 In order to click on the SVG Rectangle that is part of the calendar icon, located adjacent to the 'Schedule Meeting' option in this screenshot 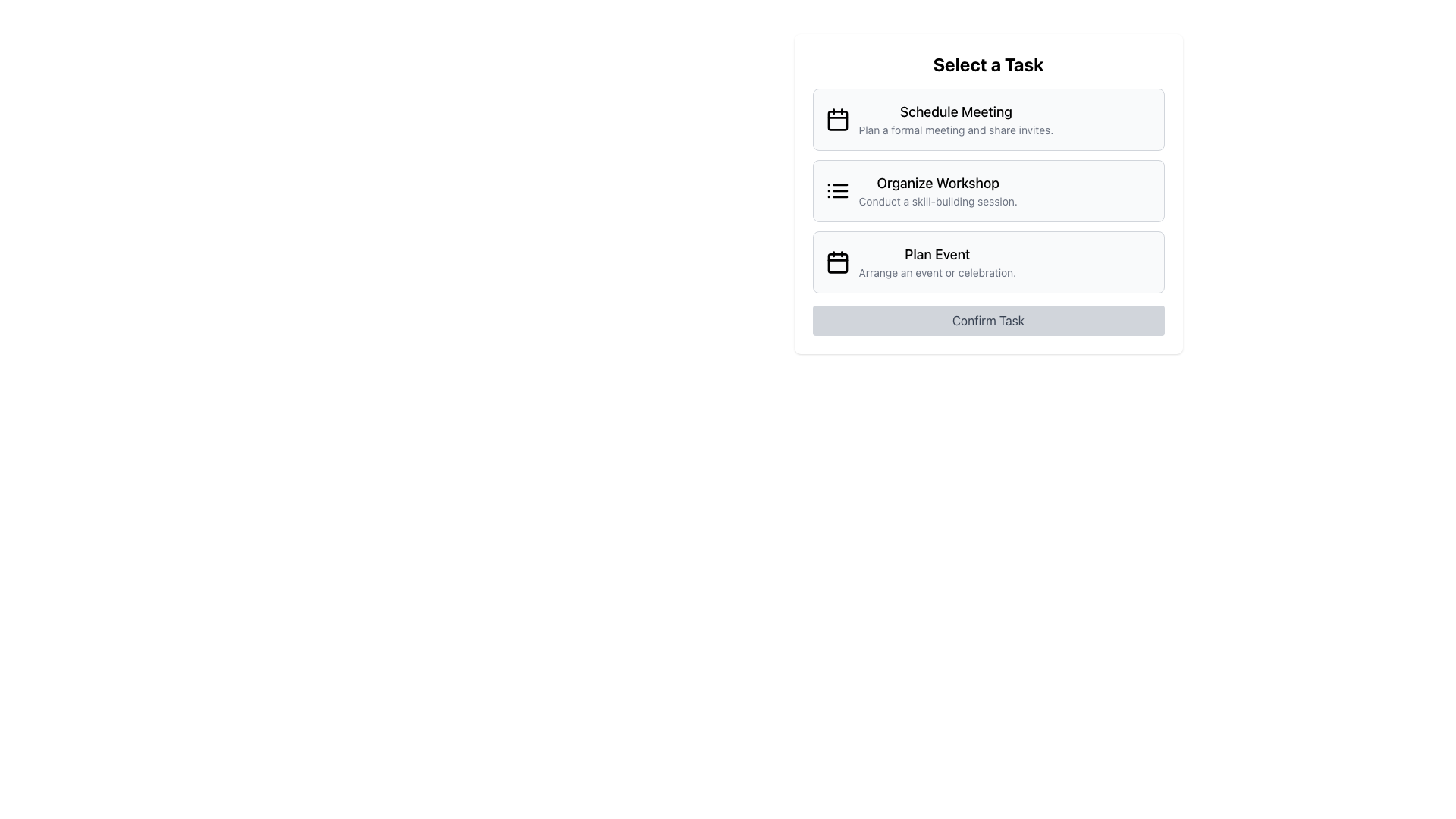, I will do `click(836, 120)`.